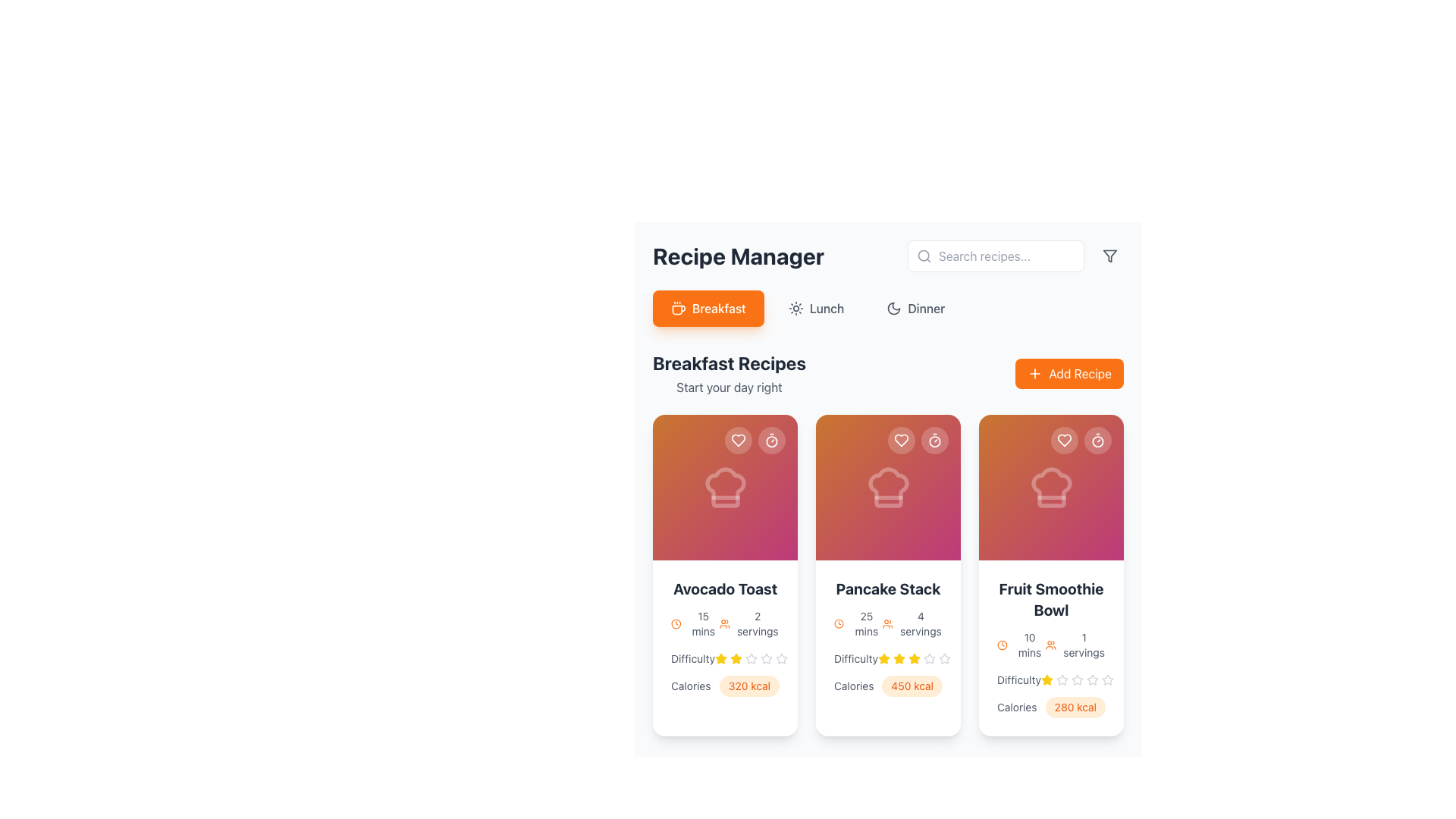 Image resolution: width=1456 pixels, height=819 pixels. What do you see at coordinates (858, 623) in the screenshot?
I see `the informational label featuring a small orange clock icon and the text '25 mins' located in the top-right quadrant of the 'Pancake Stack' card` at bounding box center [858, 623].